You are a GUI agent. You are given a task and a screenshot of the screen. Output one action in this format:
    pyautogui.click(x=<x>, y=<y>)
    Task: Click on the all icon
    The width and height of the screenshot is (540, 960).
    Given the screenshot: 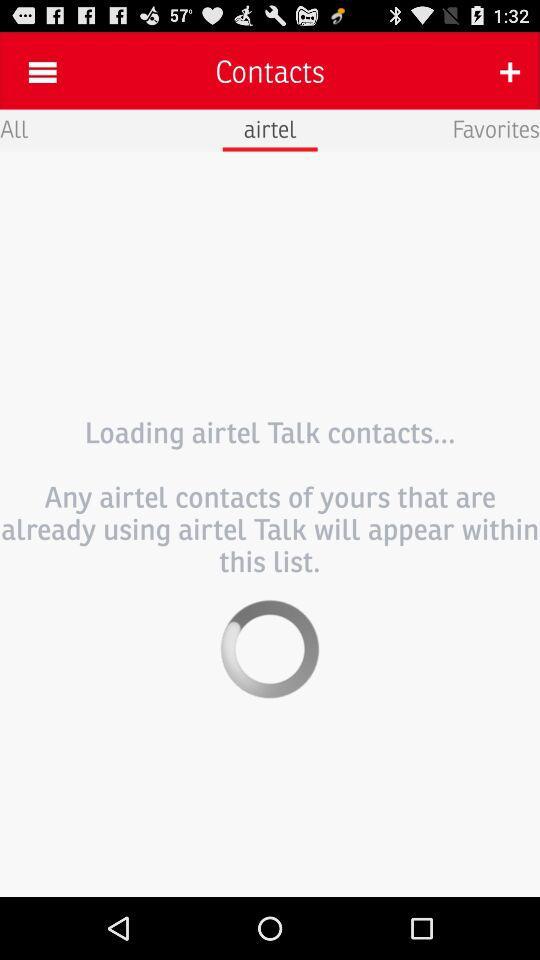 What is the action you would take?
    pyautogui.click(x=13, y=127)
    